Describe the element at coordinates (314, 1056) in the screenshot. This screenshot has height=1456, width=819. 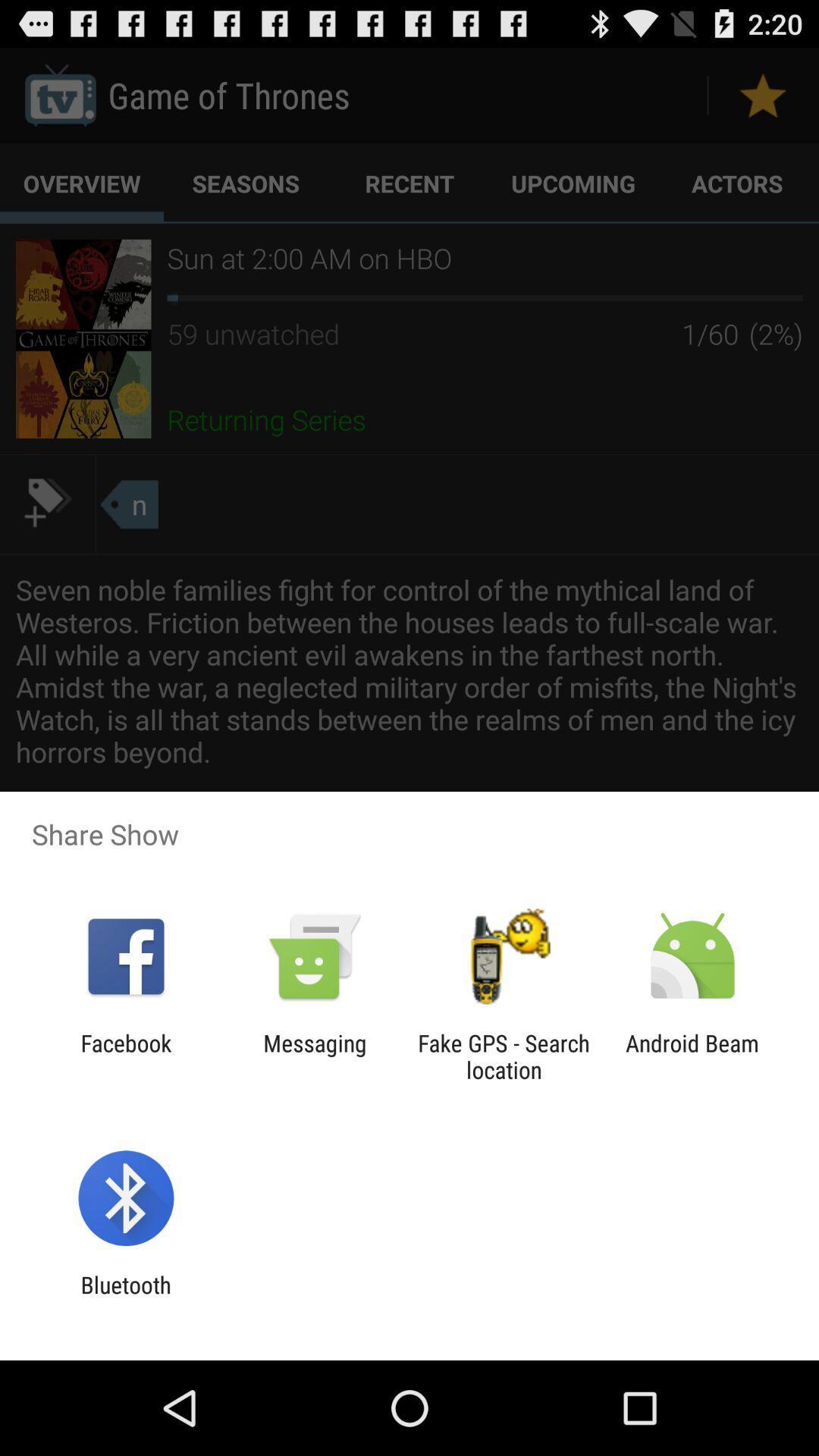
I see `the item next to the fake gps search app` at that location.